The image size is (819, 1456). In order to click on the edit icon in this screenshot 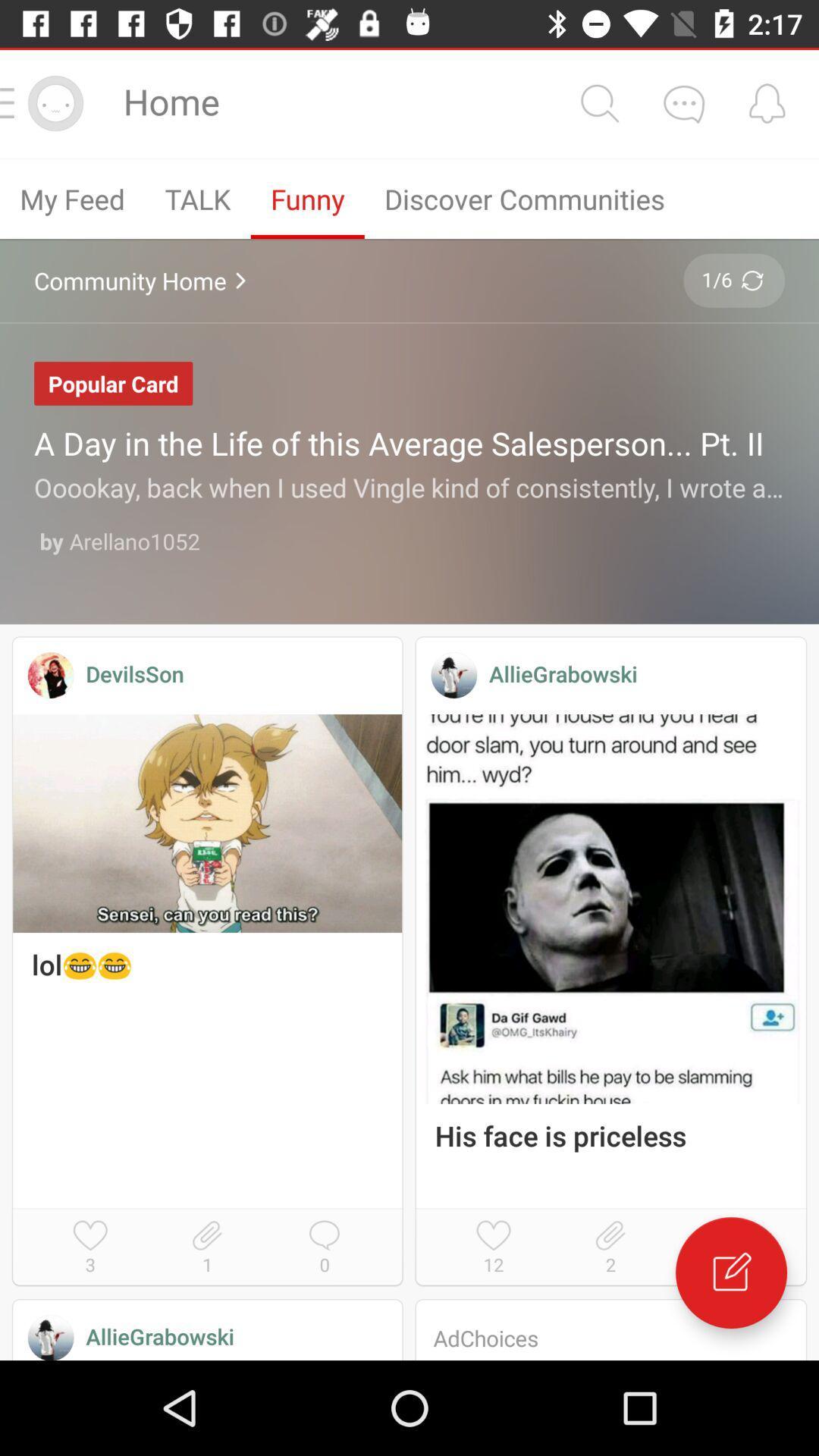, I will do `click(730, 1272)`.